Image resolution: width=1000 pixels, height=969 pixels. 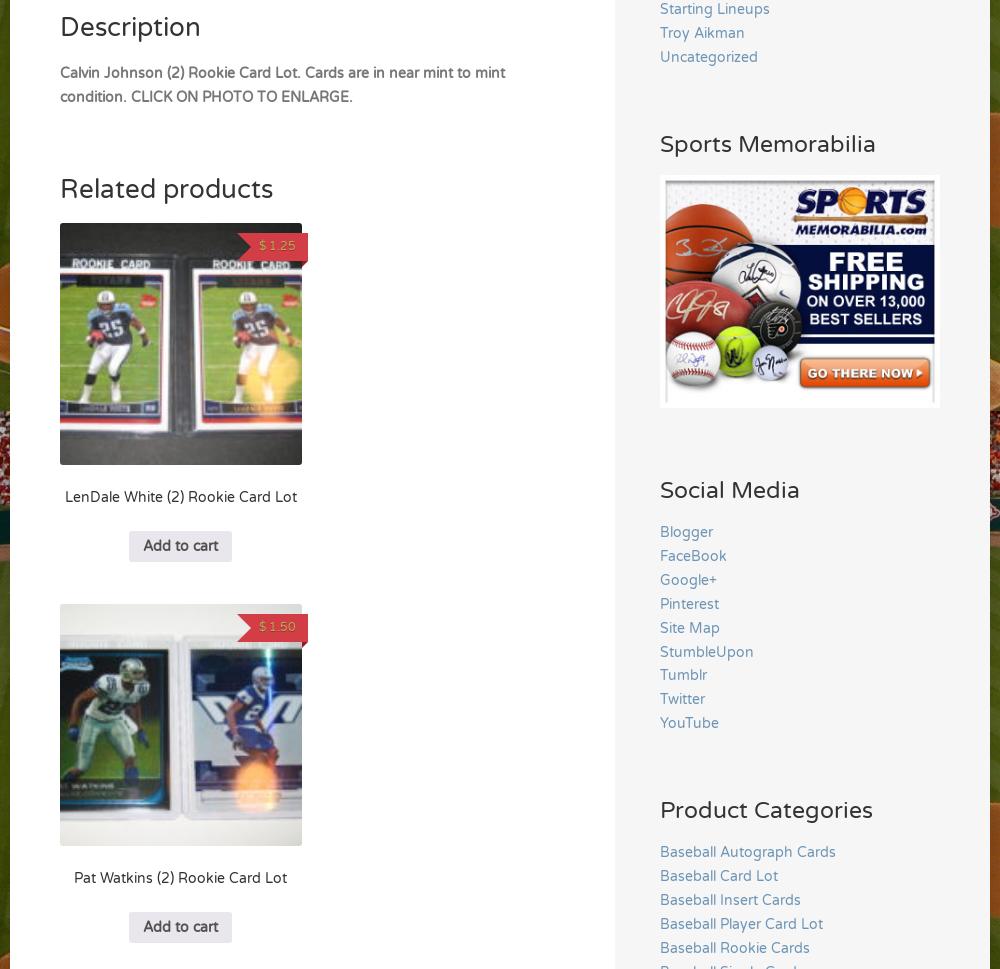 What do you see at coordinates (166, 188) in the screenshot?
I see `'Related products'` at bounding box center [166, 188].